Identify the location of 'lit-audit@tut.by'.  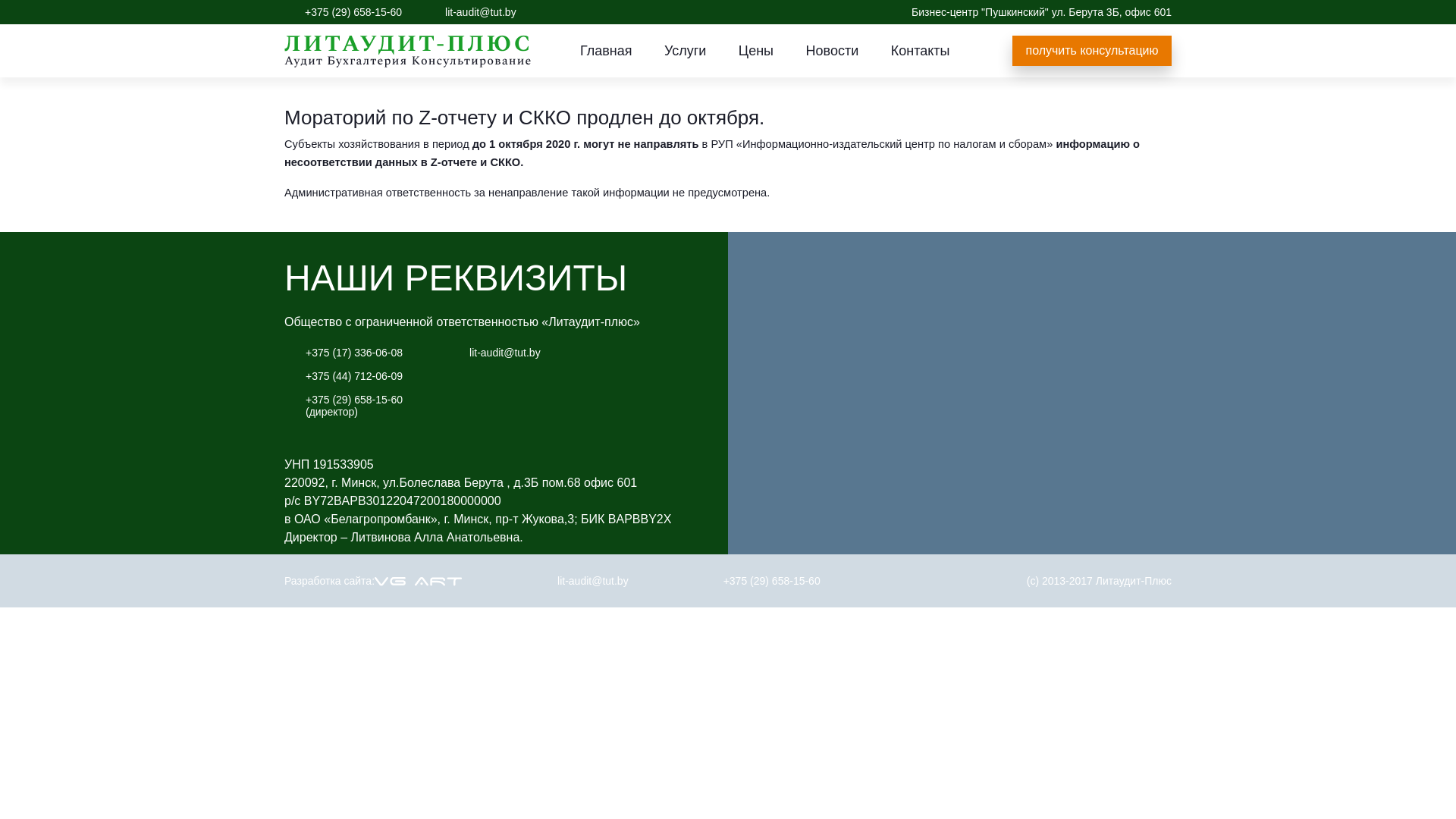
(479, 11).